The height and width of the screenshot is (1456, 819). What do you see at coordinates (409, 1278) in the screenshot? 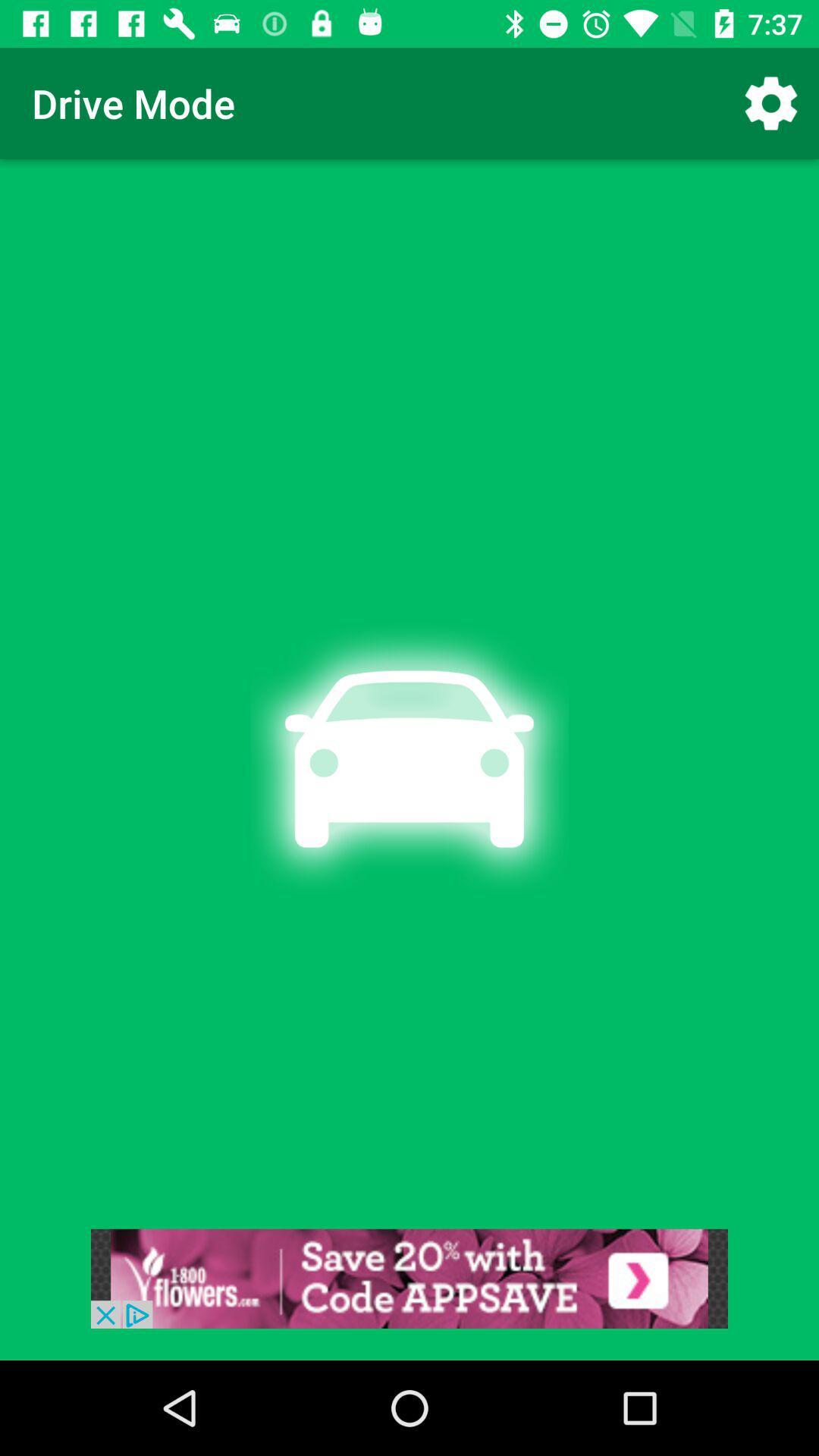
I see `advertisement` at bounding box center [409, 1278].